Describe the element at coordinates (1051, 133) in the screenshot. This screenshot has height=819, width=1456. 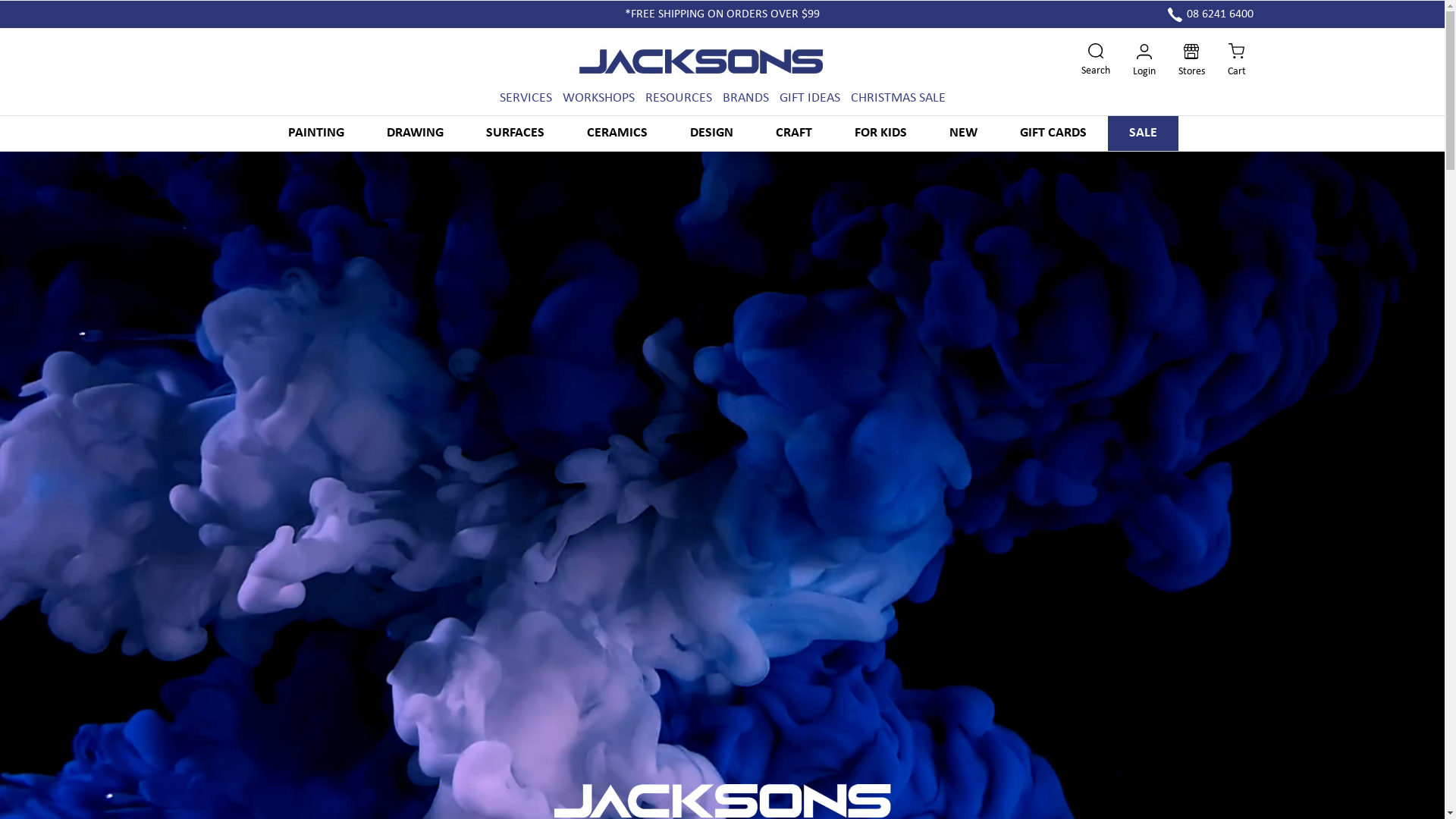
I see `'GIFT CARDS'` at that location.